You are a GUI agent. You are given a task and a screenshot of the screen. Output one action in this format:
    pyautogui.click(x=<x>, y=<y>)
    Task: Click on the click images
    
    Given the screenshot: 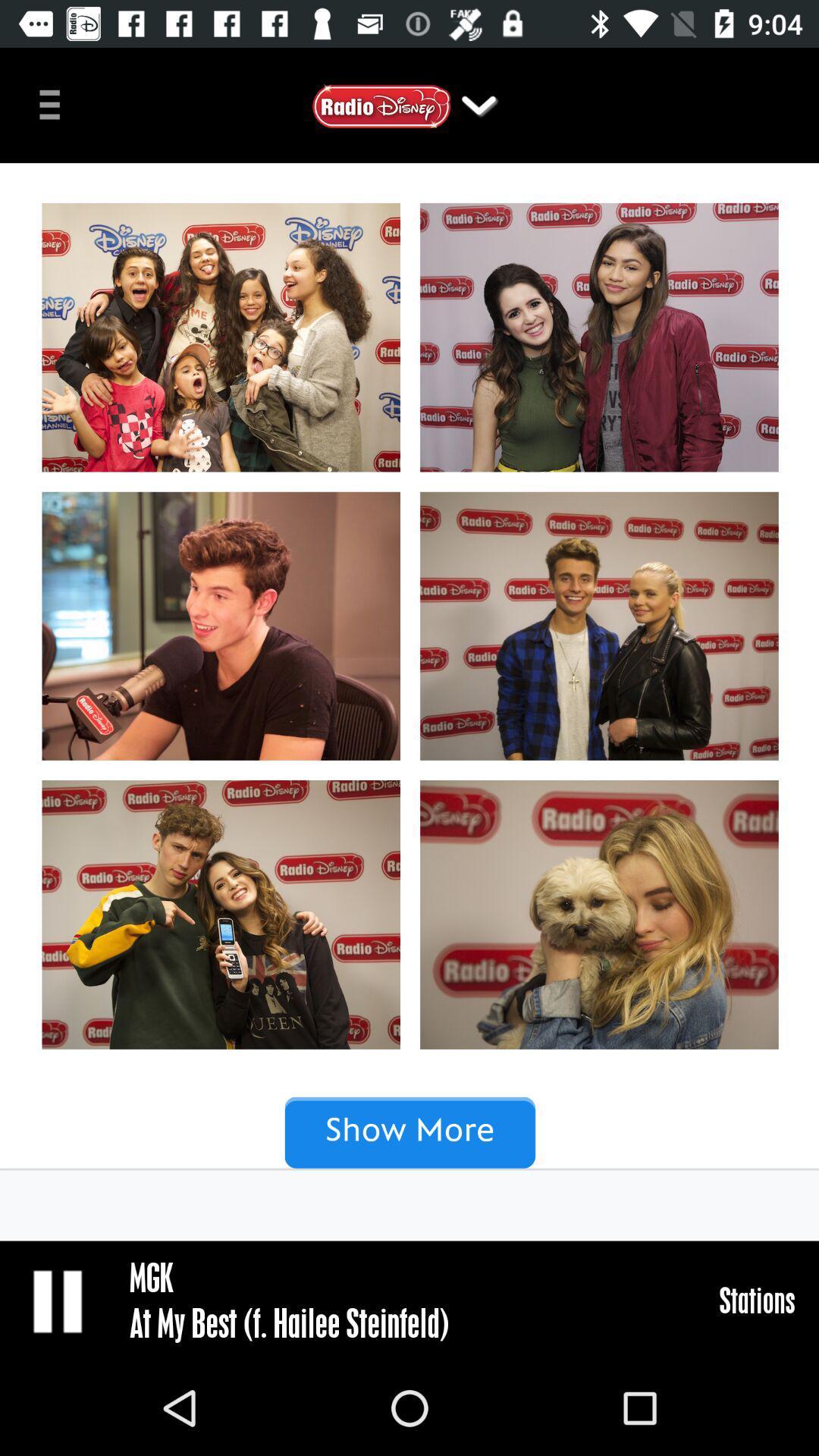 What is the action you would take?
    pyautogui.click(x=409, y=701)
    